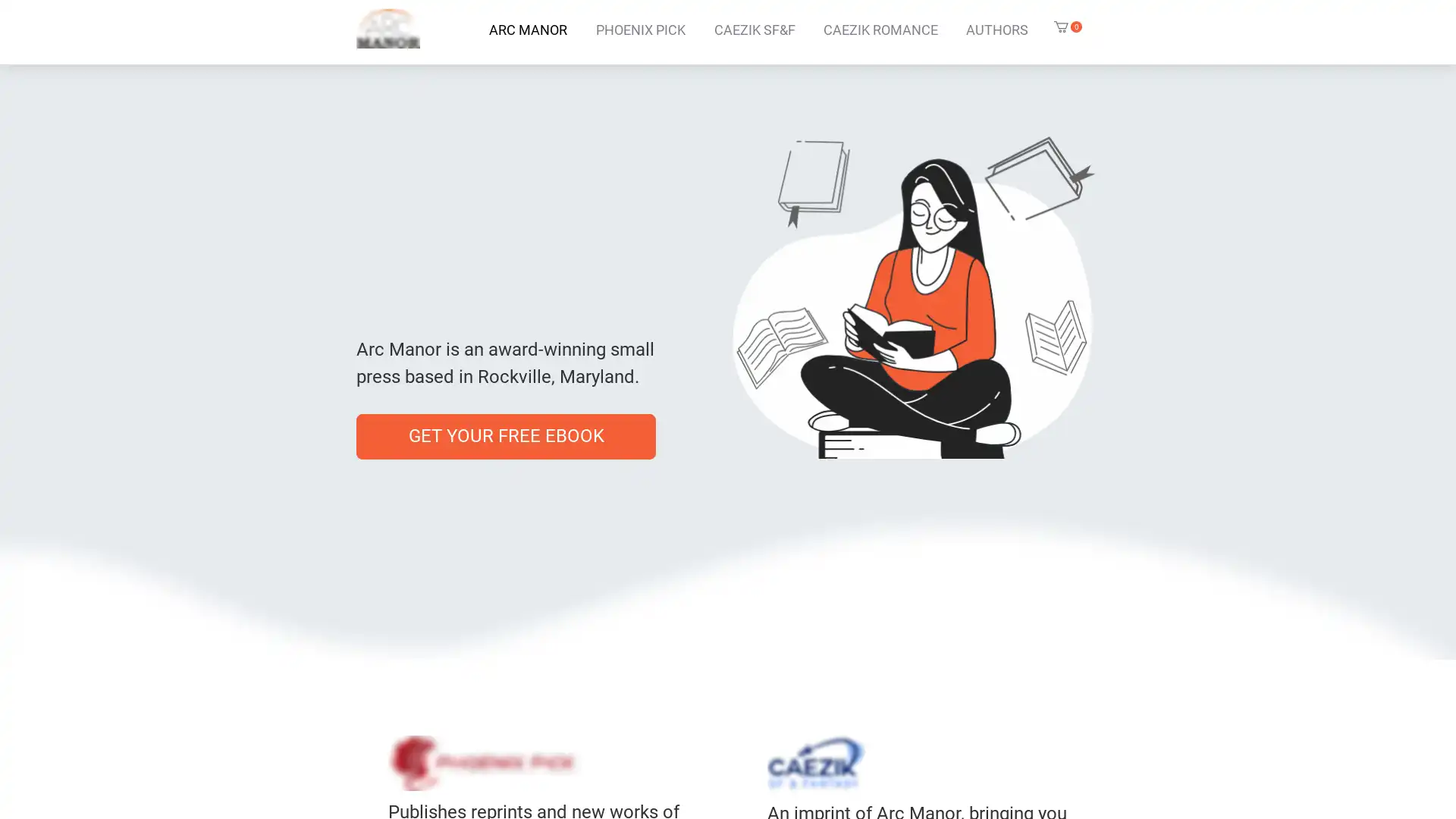  Describe the element at coordinates (1067, 27) in the screenshot. I see `Cart with 0 items` at that location.